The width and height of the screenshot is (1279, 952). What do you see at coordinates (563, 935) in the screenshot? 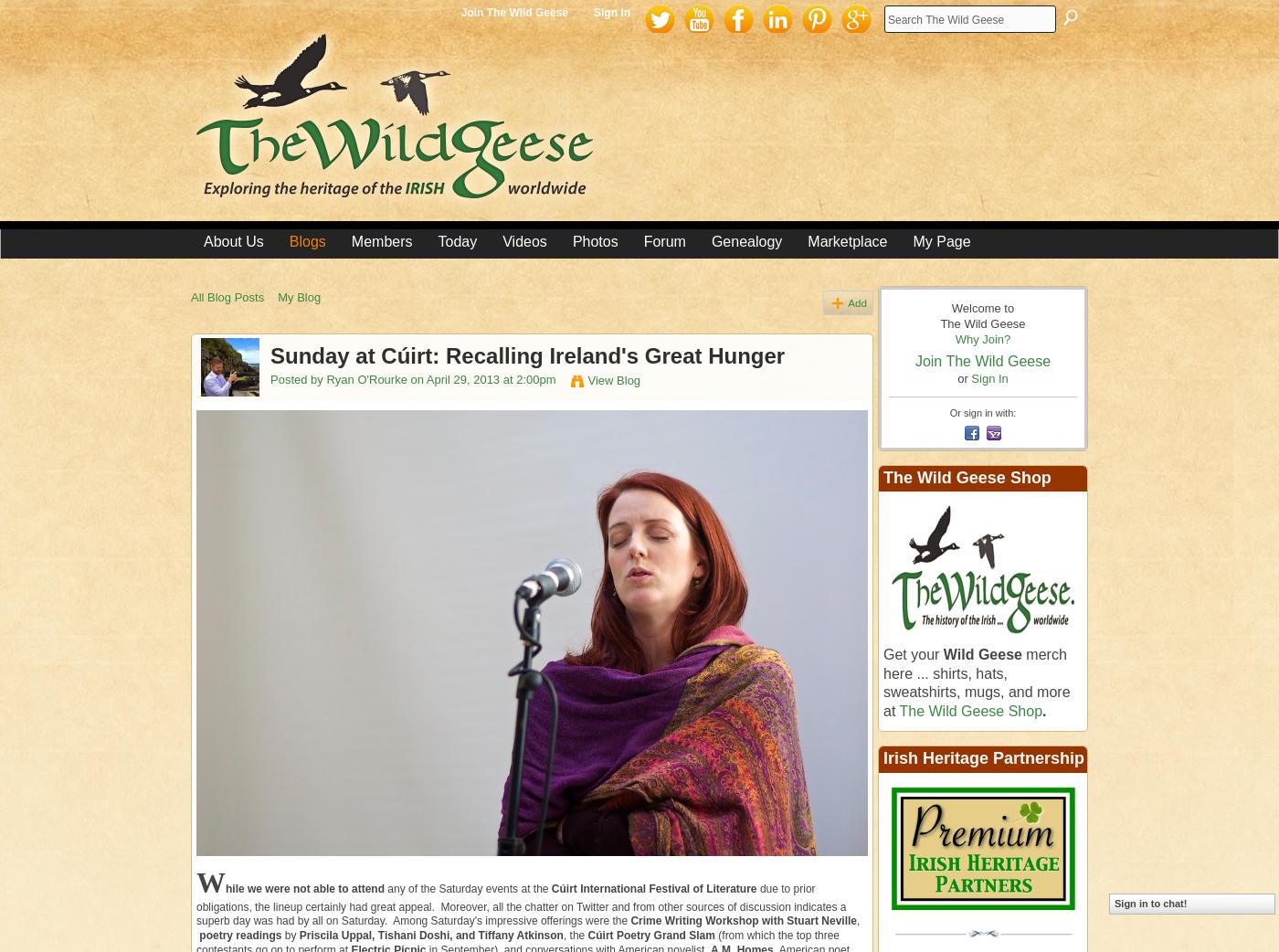
I see `', the'` at bounding box center [563, 935].